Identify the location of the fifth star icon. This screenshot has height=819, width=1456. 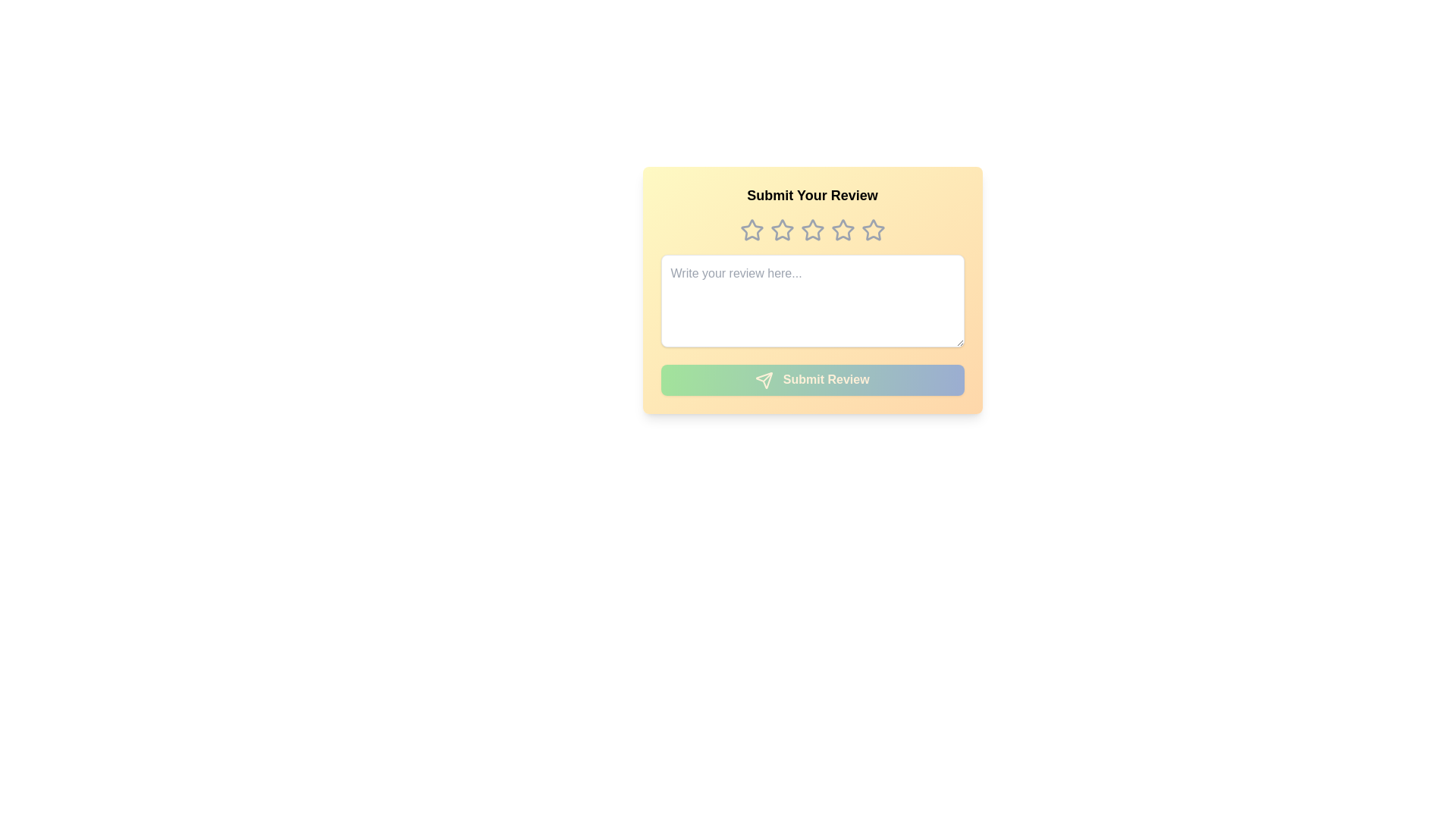
(873, 230).